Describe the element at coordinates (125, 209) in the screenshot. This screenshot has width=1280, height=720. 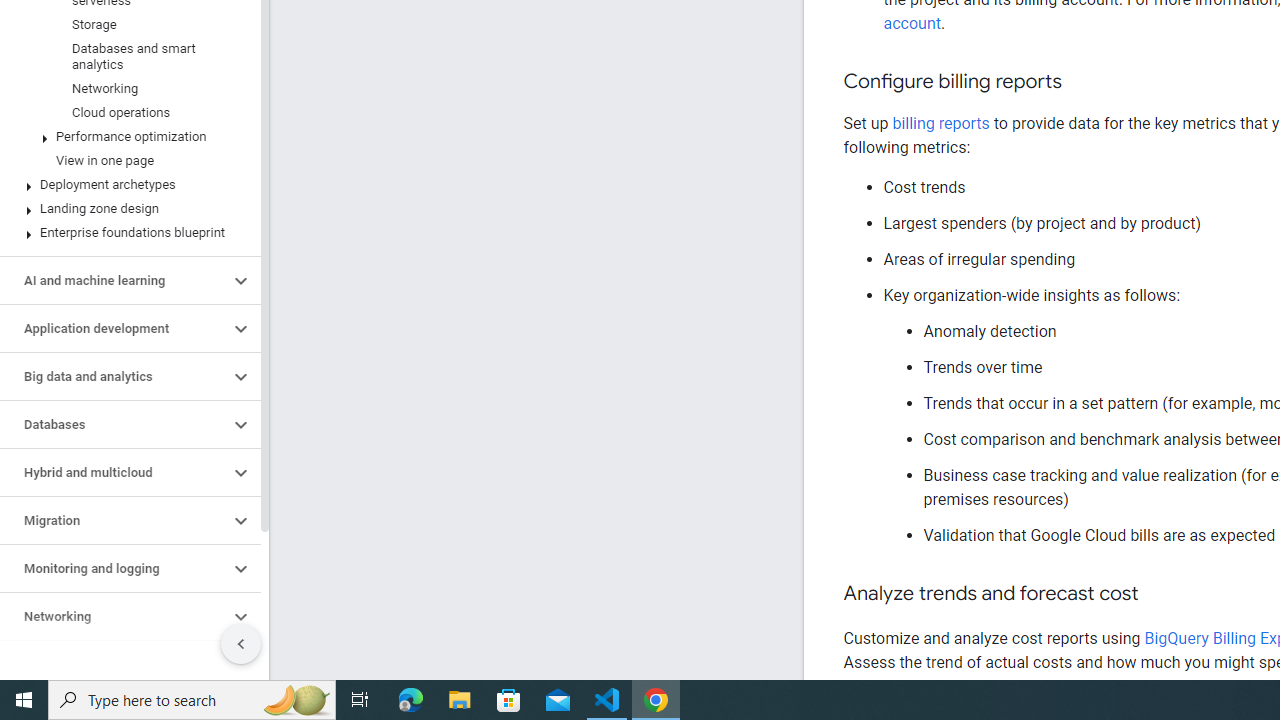
I see `'Landing zone design'` at that location.